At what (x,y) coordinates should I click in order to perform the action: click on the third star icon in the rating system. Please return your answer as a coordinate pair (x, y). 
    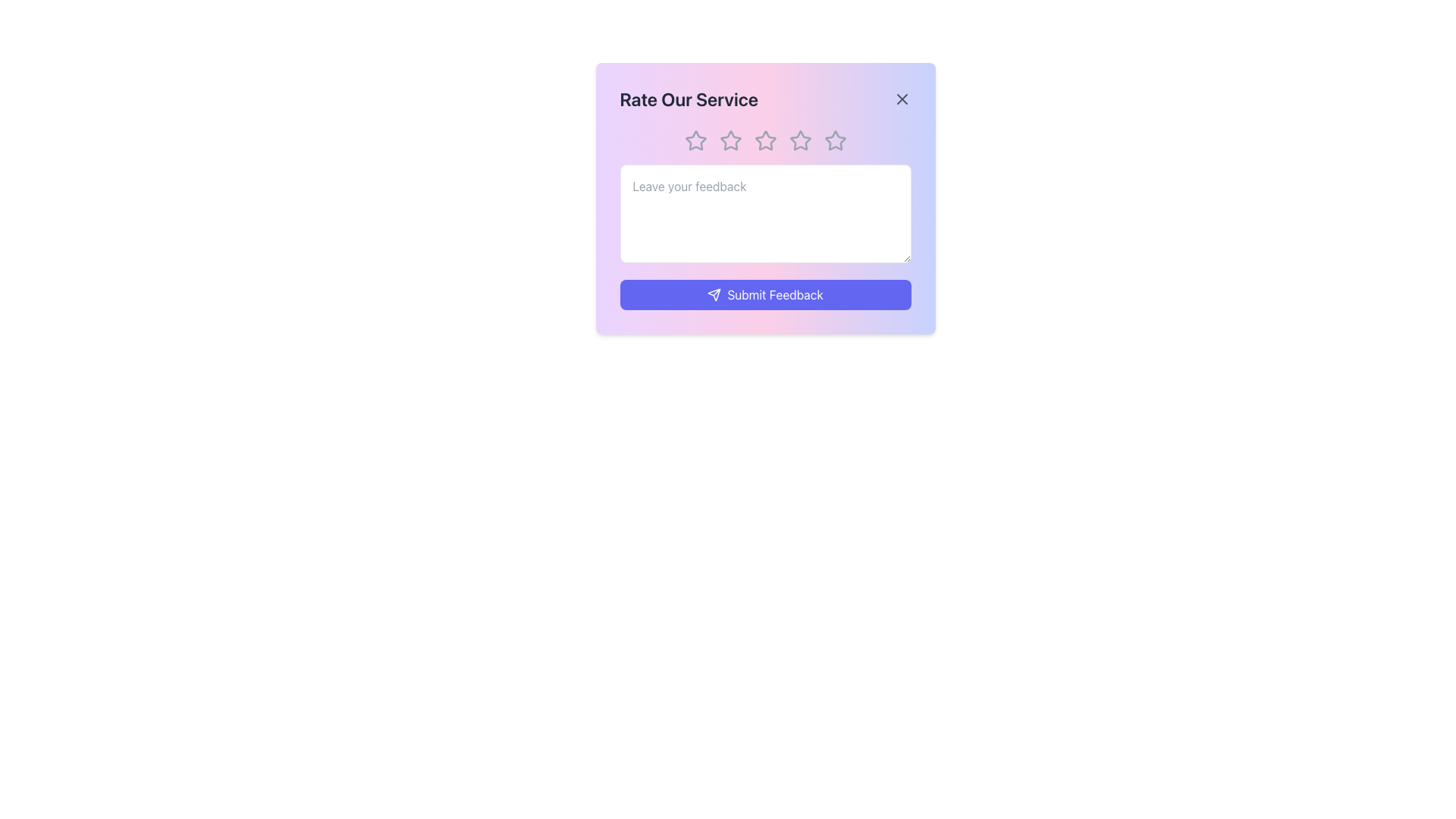
    Looking at the image, I should click on (764, 140).